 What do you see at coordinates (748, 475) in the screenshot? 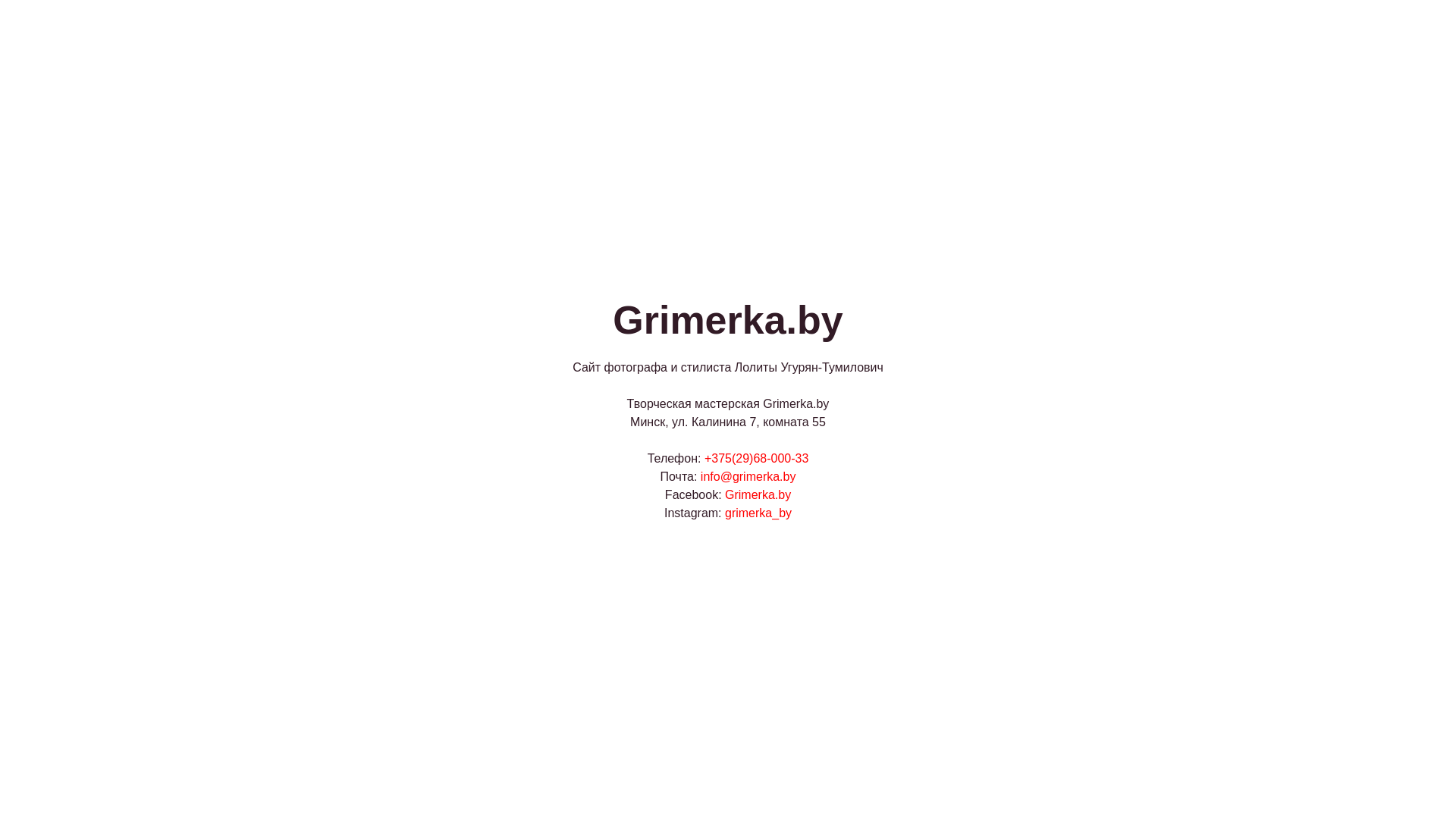
I see `'info@grimerka.by'` at bounding box center [748, 475].